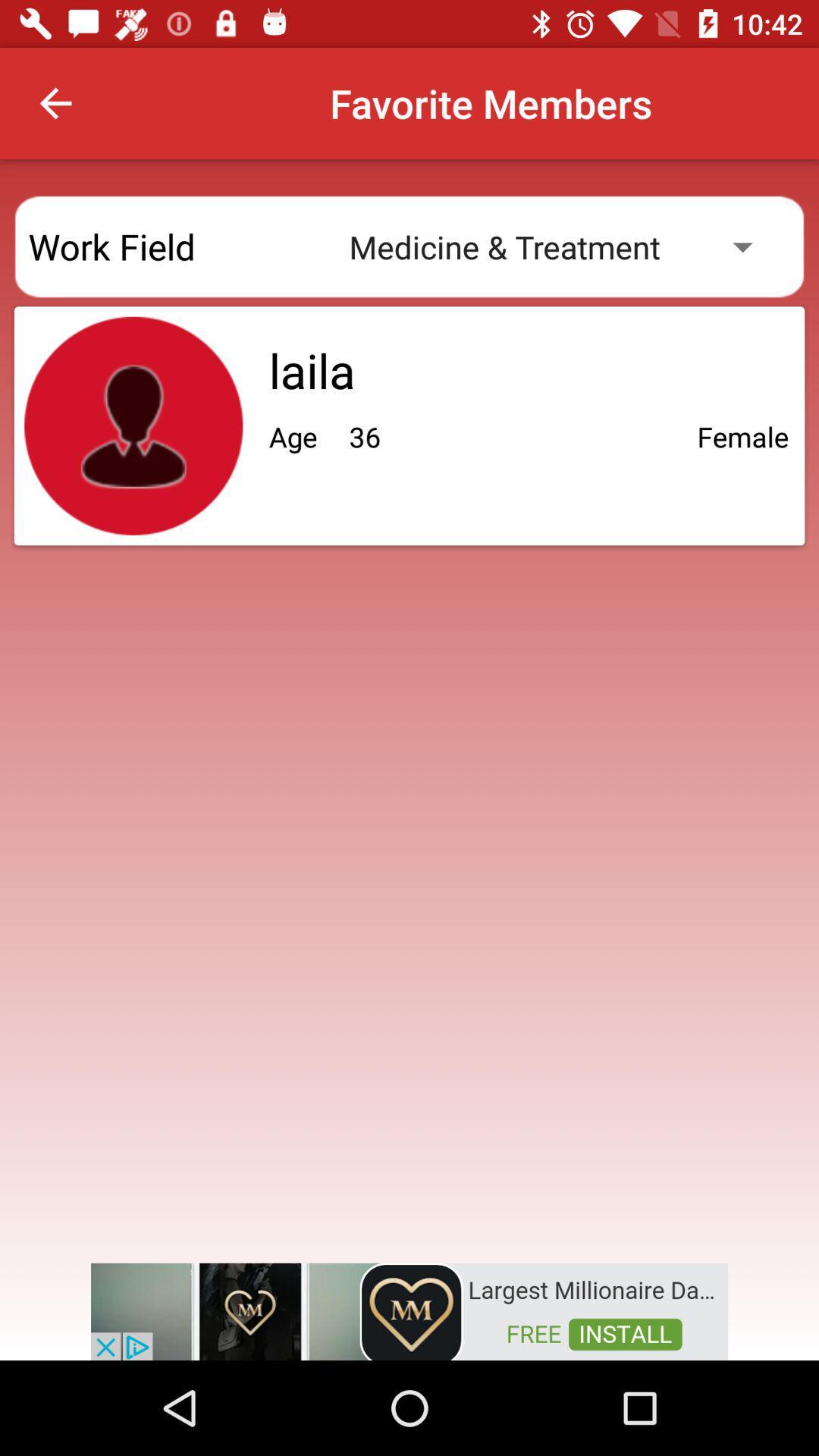 The width and height of the screenshot is (819, 1456). Describe the element at coordinates (409, 1310) in the screenshot. I see `for advertisement` at that location.